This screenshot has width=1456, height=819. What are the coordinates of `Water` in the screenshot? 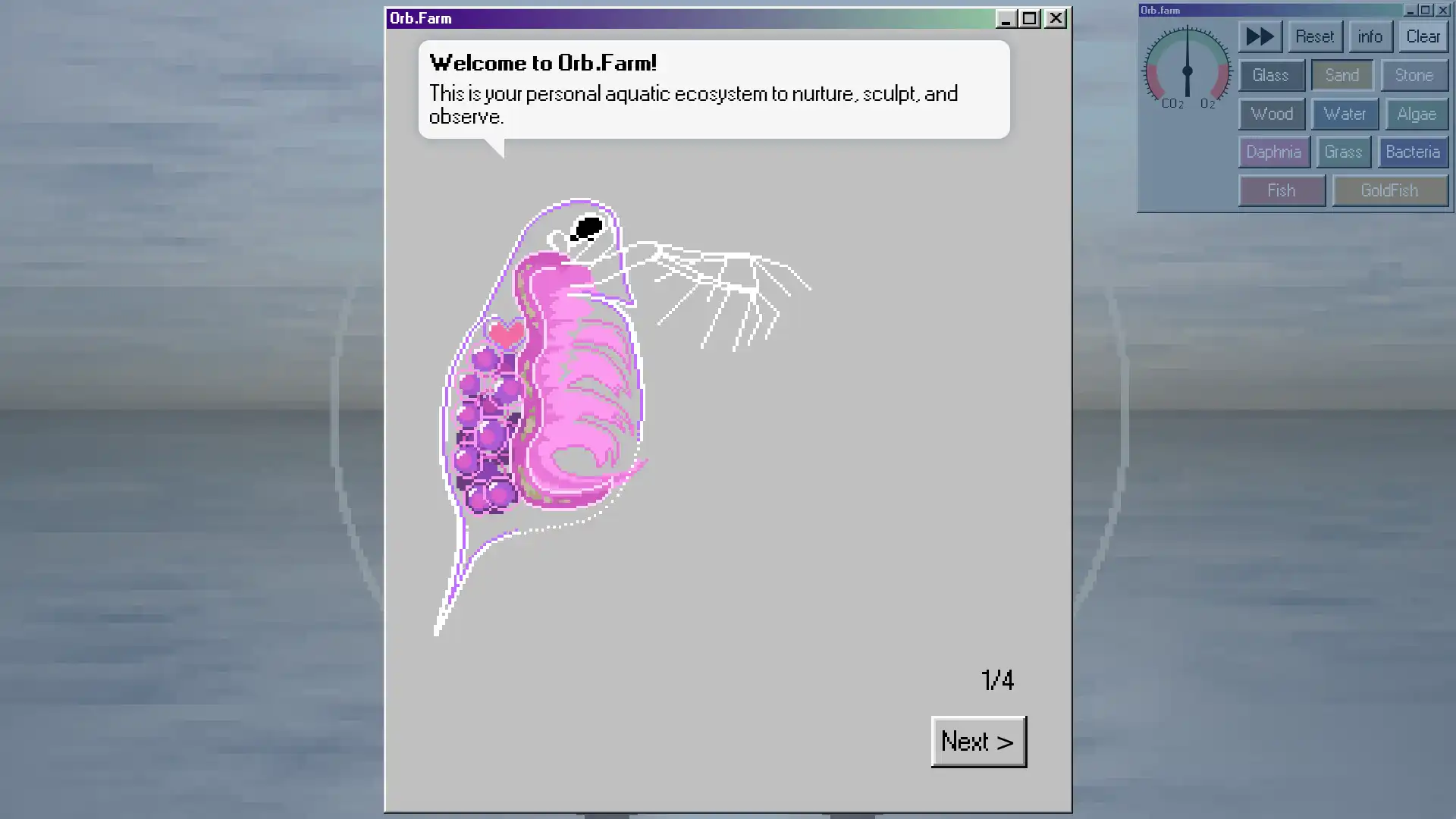 It's located at (716, 59).